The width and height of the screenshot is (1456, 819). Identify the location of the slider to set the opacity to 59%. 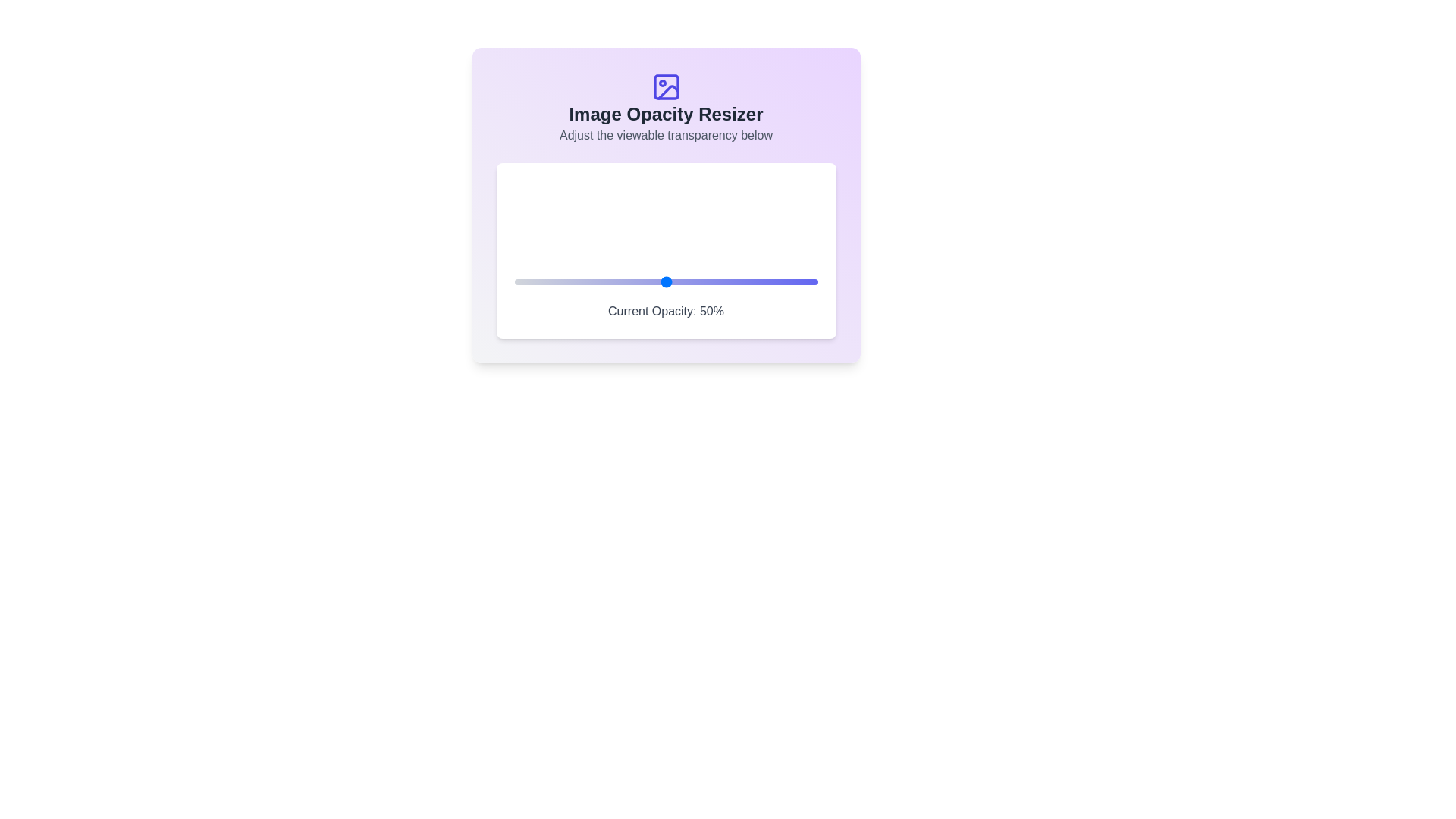
(692, 281).